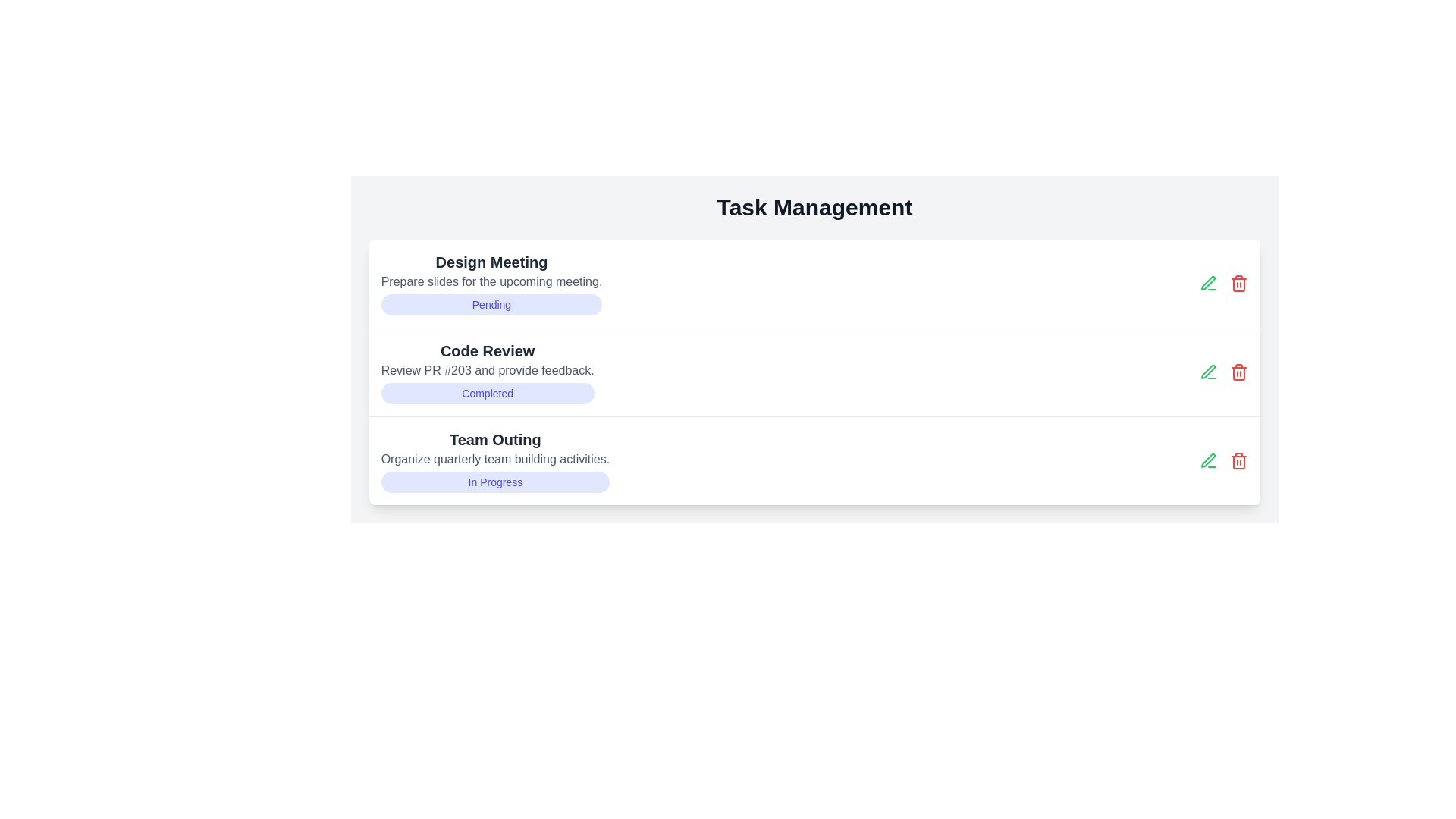 Image resolution: width=1456 pixels, height=819 pixels. I want to click on the third task entry in the 'Task Management' list, so click(495, 460).